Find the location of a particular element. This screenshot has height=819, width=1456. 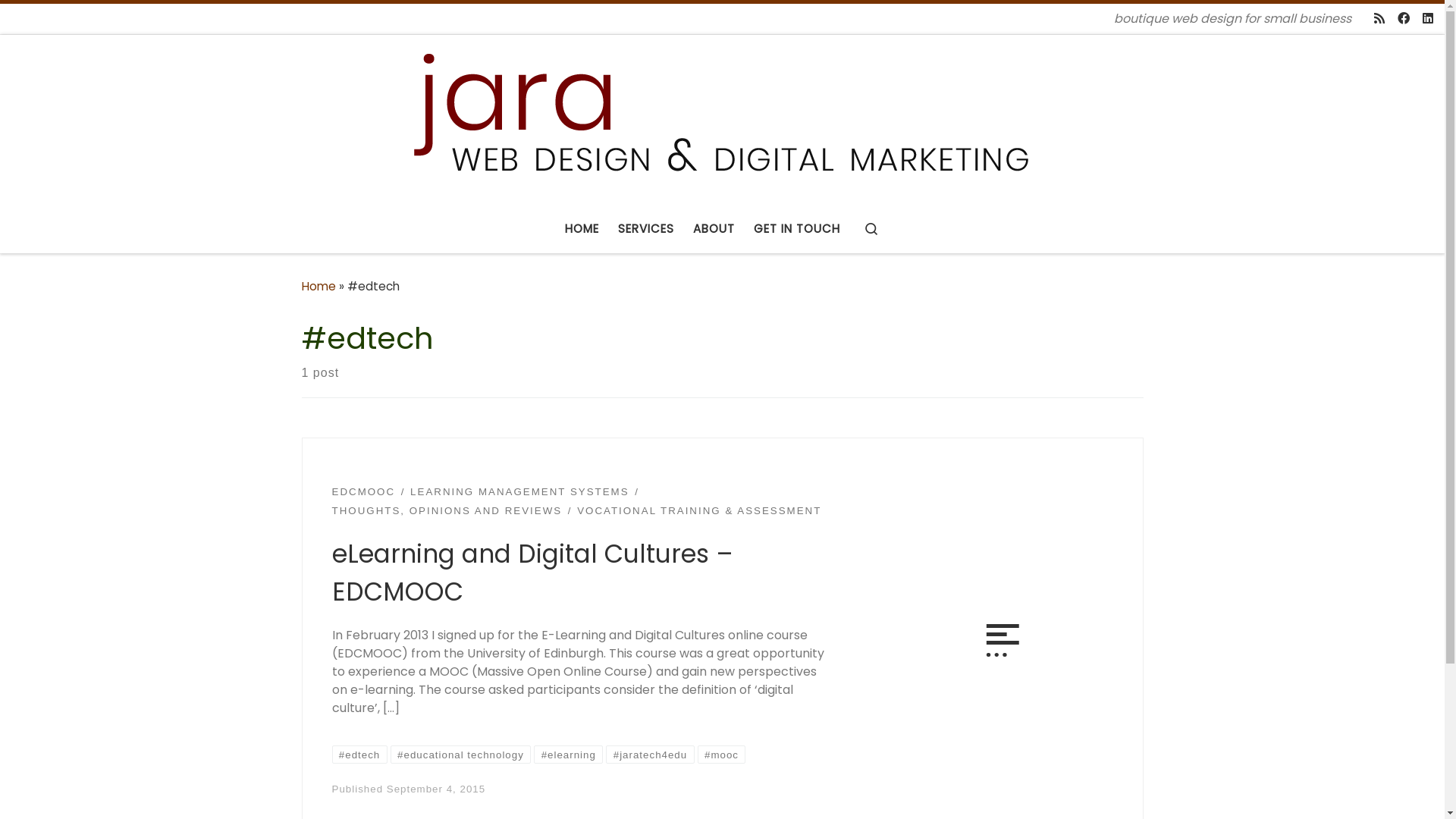

'Follow me on LinkedIn' is located at coordinates (1426, 19).